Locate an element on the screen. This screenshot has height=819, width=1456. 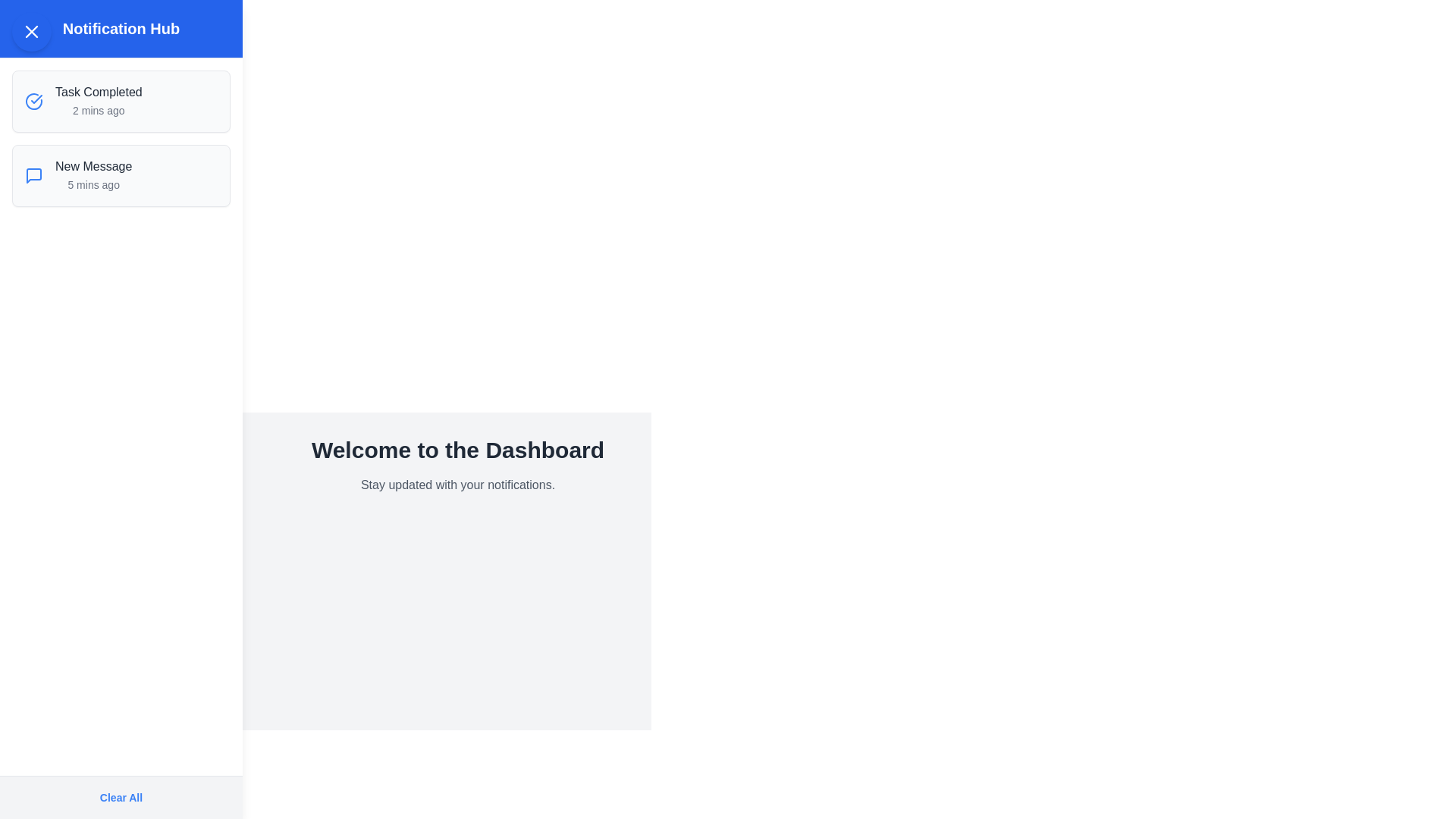
text content of the 'New Message' label located in the second notification item of the 'Notification Hub' panel is located at coordinates (93, 166).